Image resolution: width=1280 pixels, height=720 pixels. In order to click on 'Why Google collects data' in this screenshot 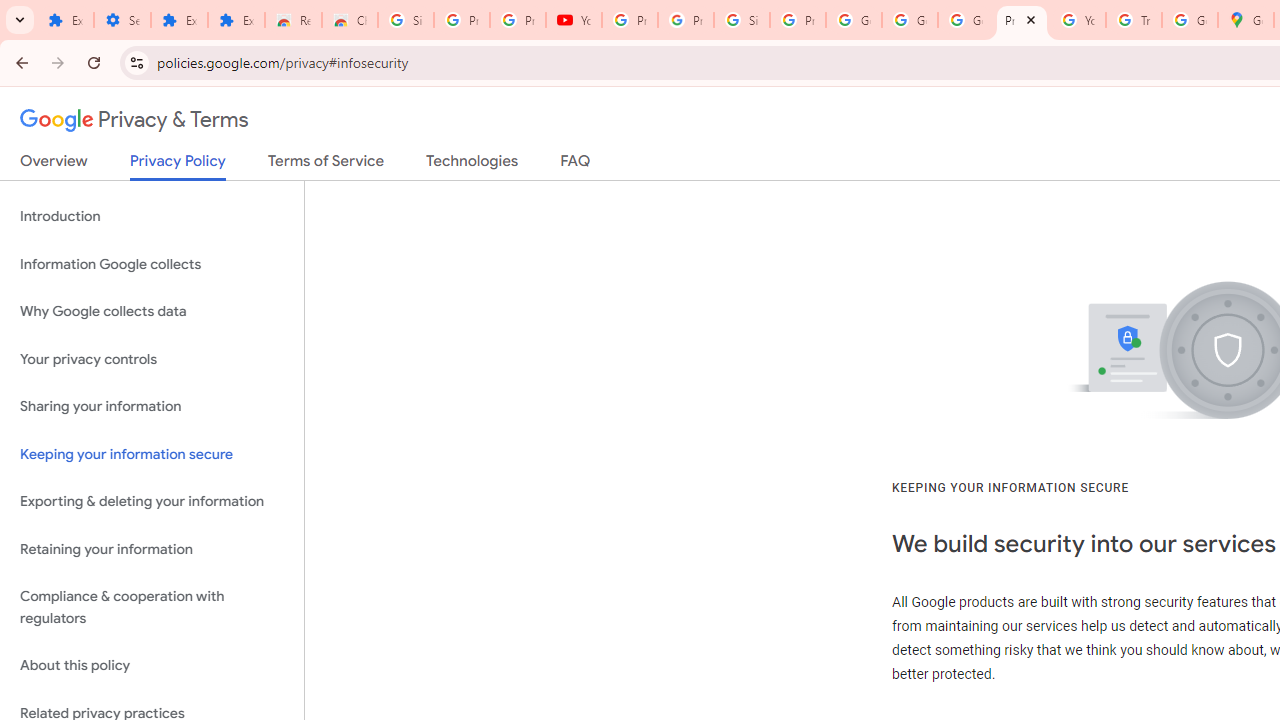, I will do `click(151, 312)`.